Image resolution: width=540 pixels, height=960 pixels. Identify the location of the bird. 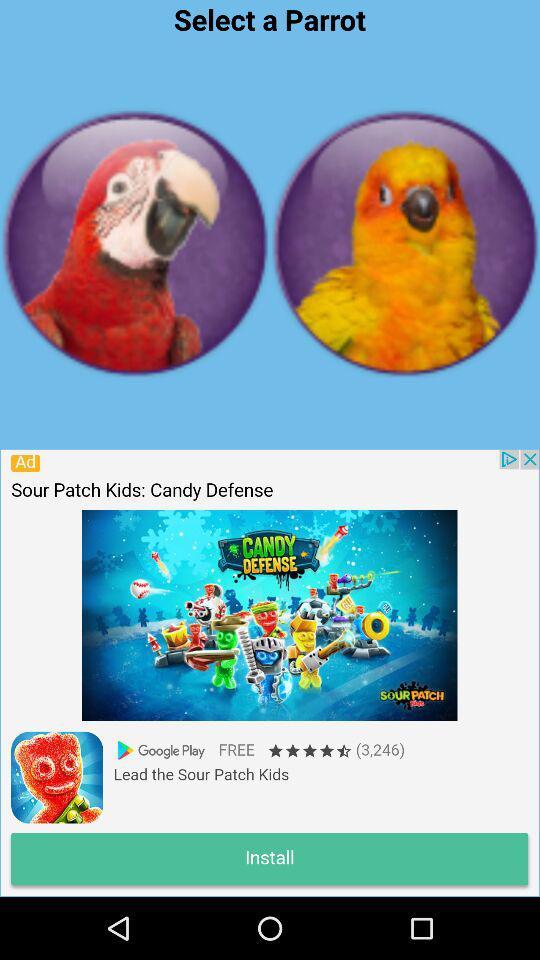
(405, 242).